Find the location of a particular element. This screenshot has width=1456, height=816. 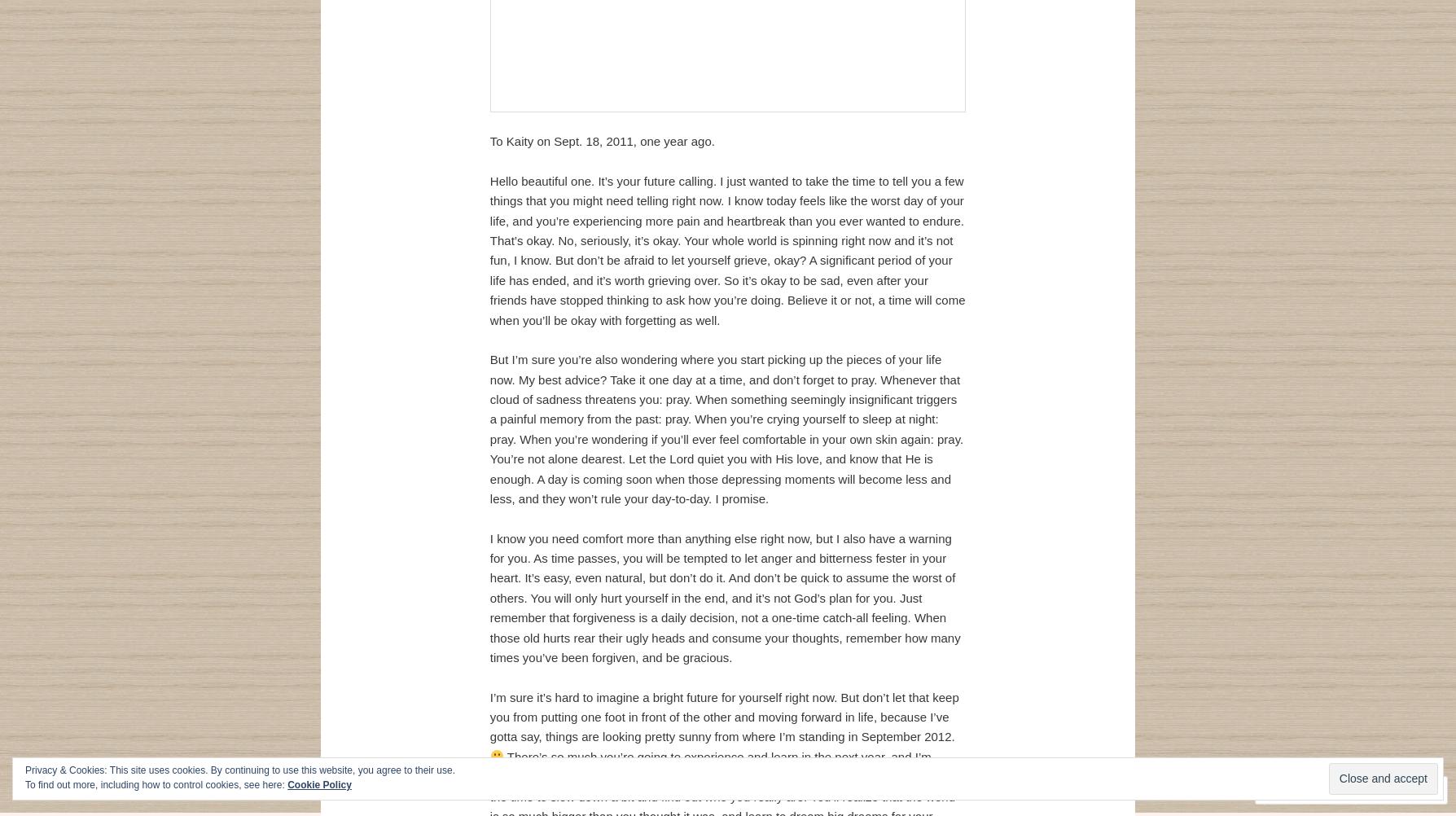

'Privacy & Cookies: This site uses cookies. By continuing to use this website, you agree to their use.' is located at coordinates (239, 769).